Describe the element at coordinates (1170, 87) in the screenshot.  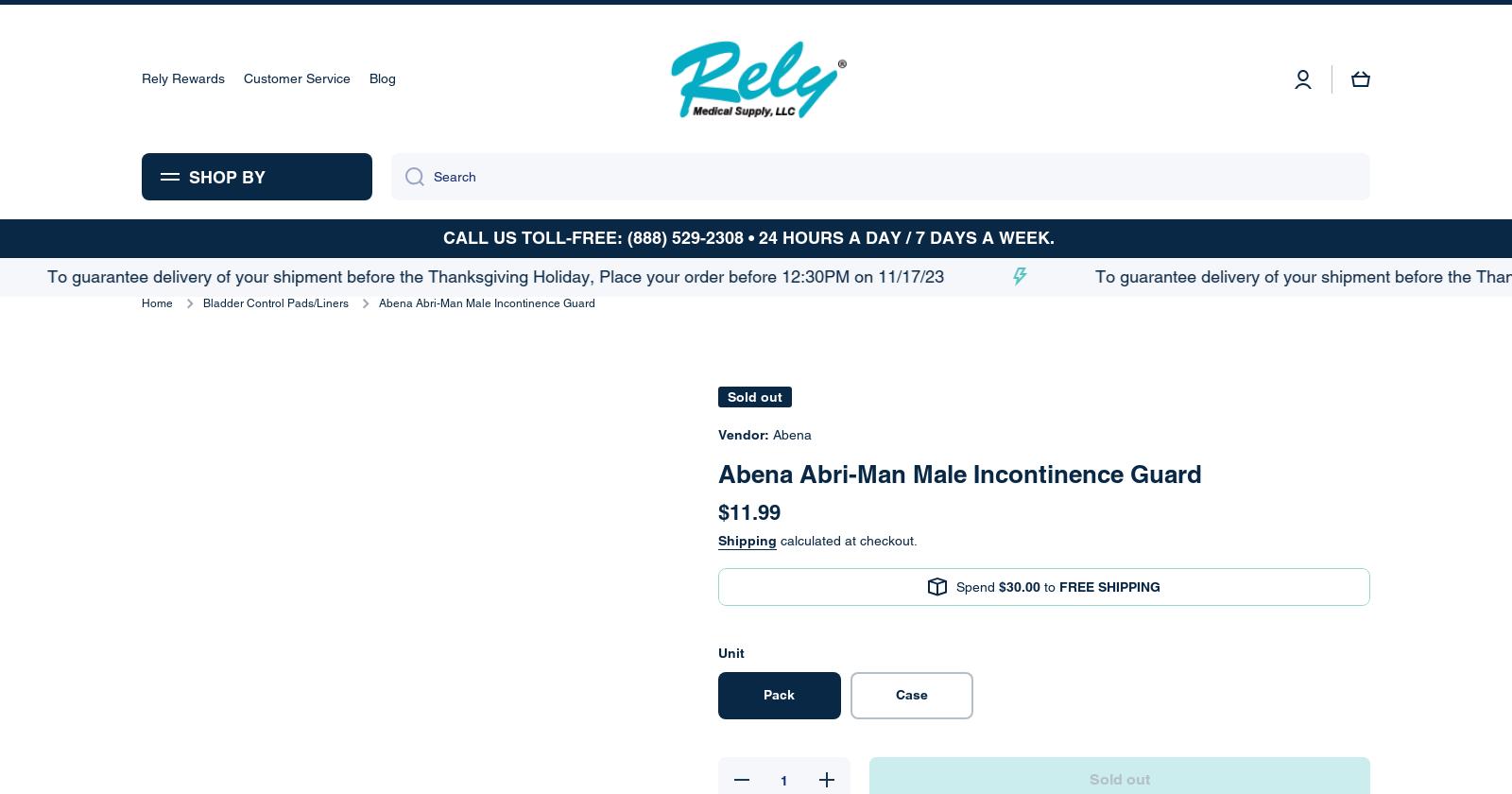
I see `'Same Day Shipping'` at that location.